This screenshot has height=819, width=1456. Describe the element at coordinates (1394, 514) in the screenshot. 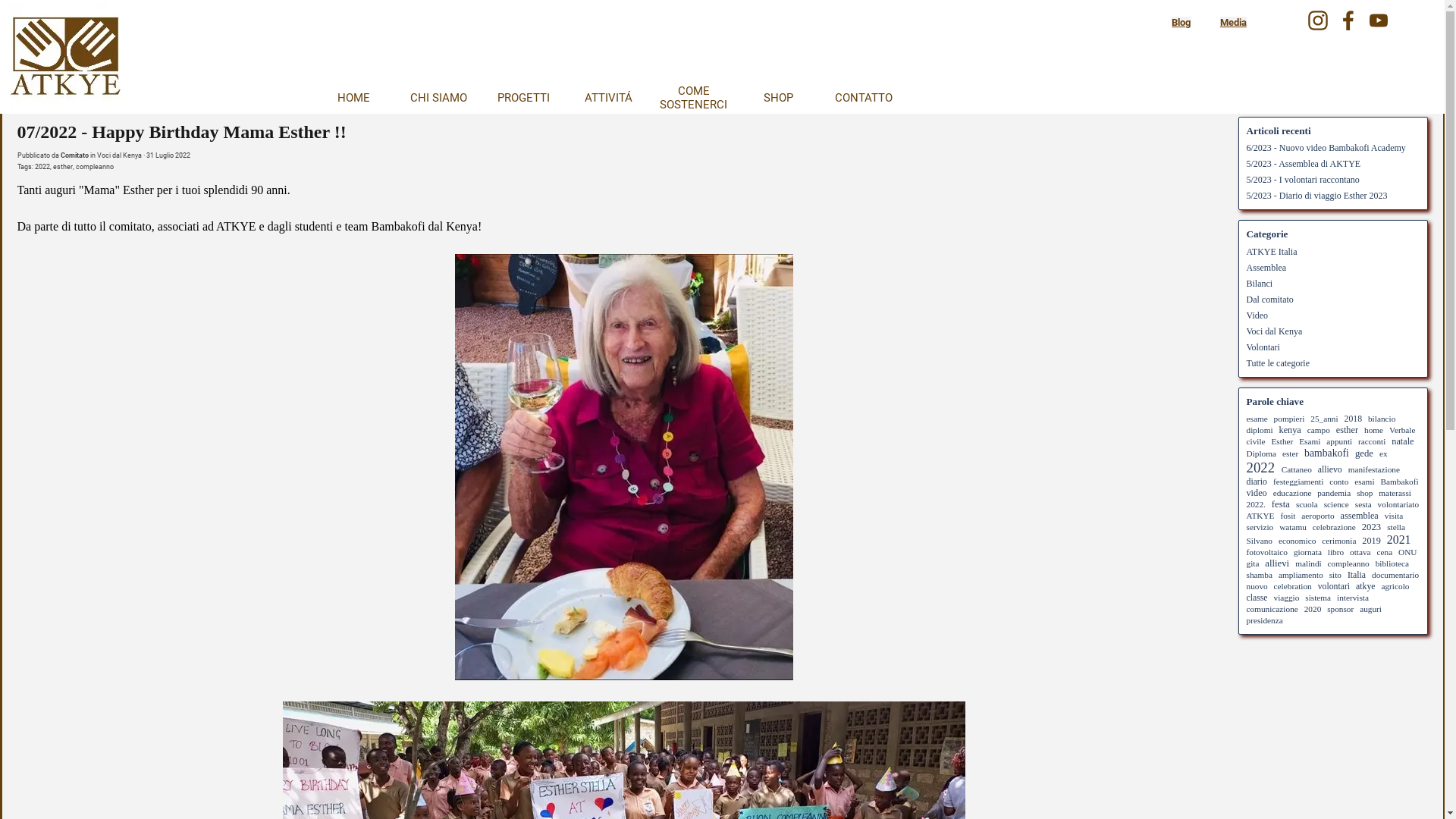

I see `'visita'` at that location.